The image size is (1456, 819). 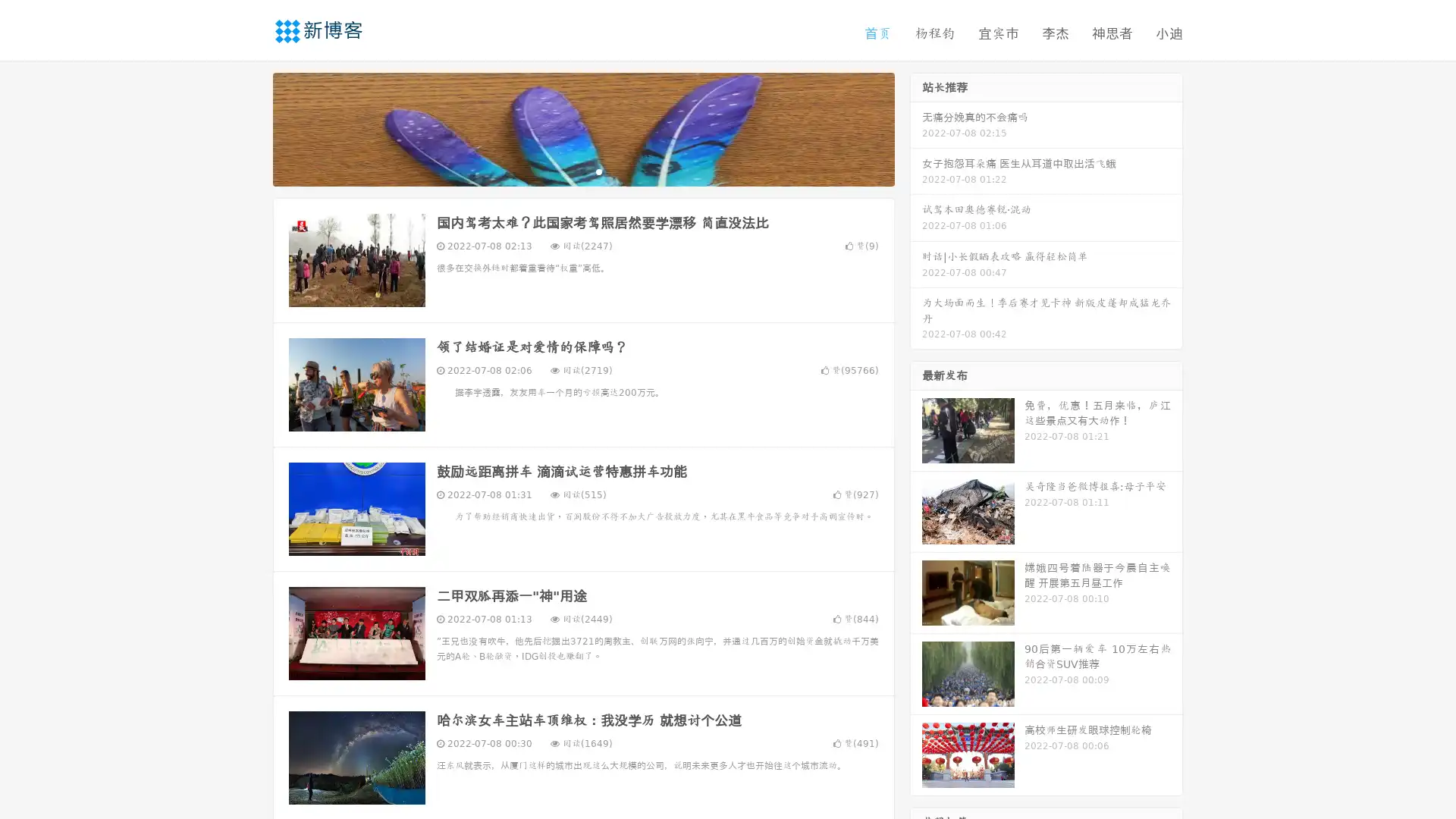 I want to click on Next slide, so click(x=916, y=127).